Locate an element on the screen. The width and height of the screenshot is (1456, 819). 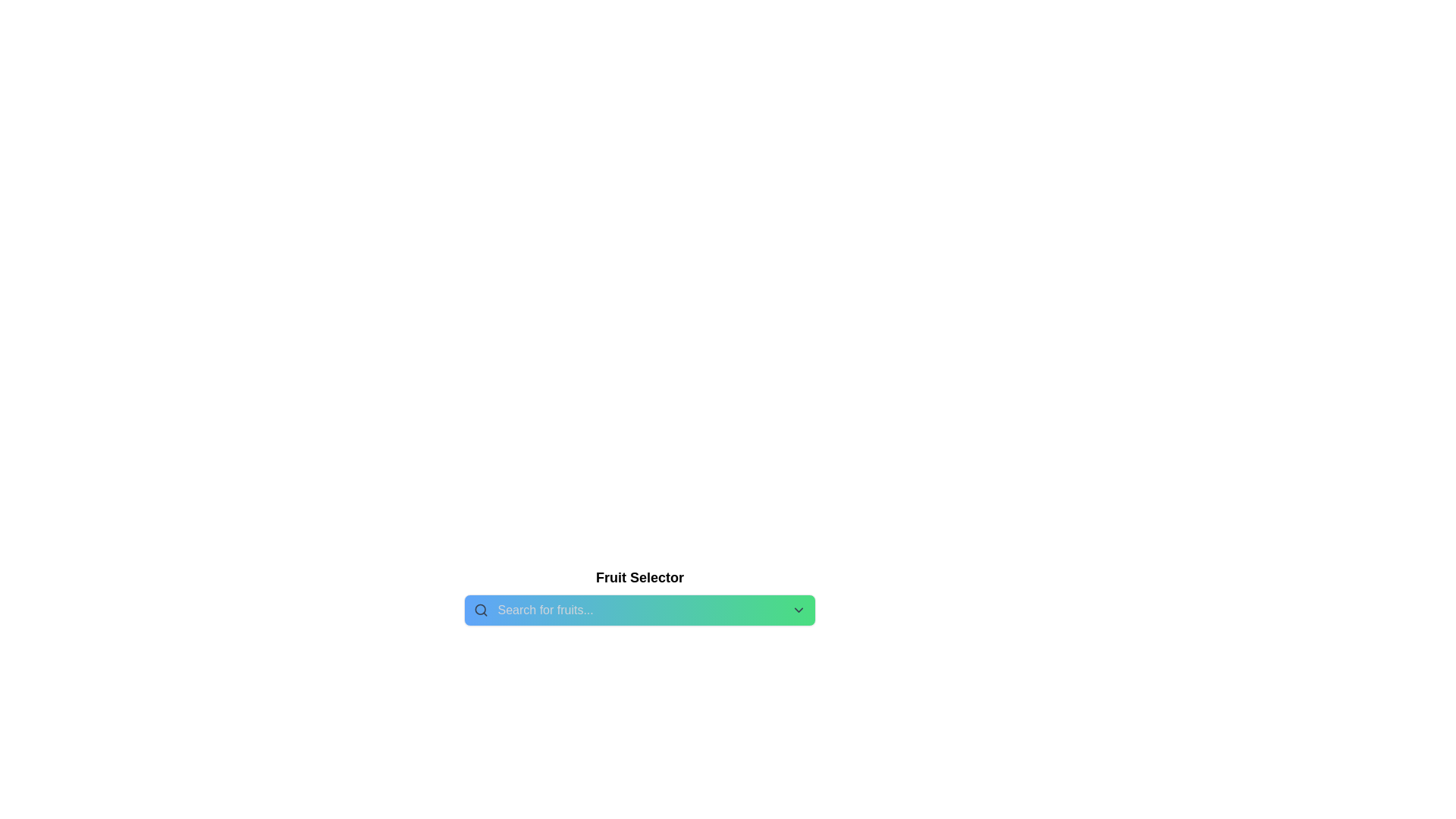
the search icon located at the leftmost position of the search bar, which serves as a visual indicator for search functionality is located at coordinates (480, 610).